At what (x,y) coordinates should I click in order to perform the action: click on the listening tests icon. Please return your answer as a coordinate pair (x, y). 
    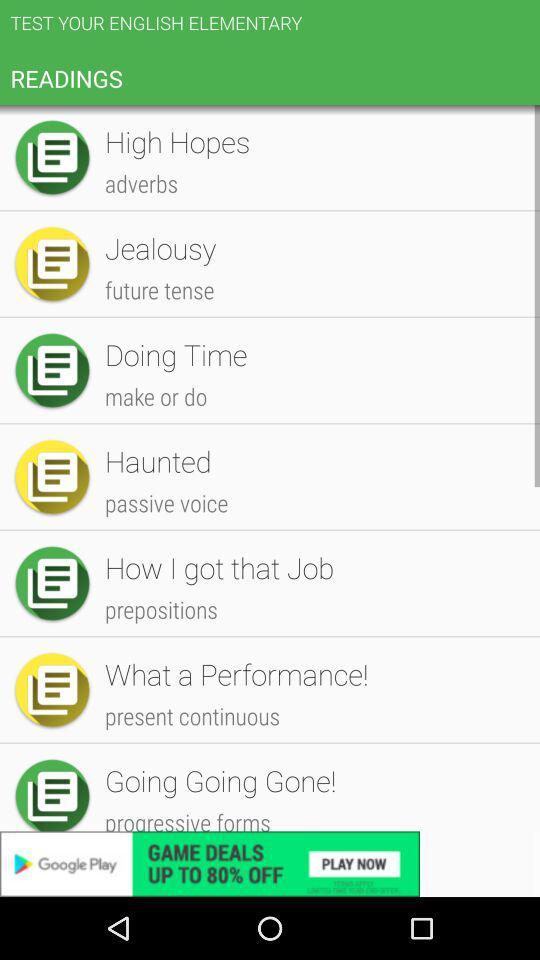
    Looking at the image, I should click on (312, 706).